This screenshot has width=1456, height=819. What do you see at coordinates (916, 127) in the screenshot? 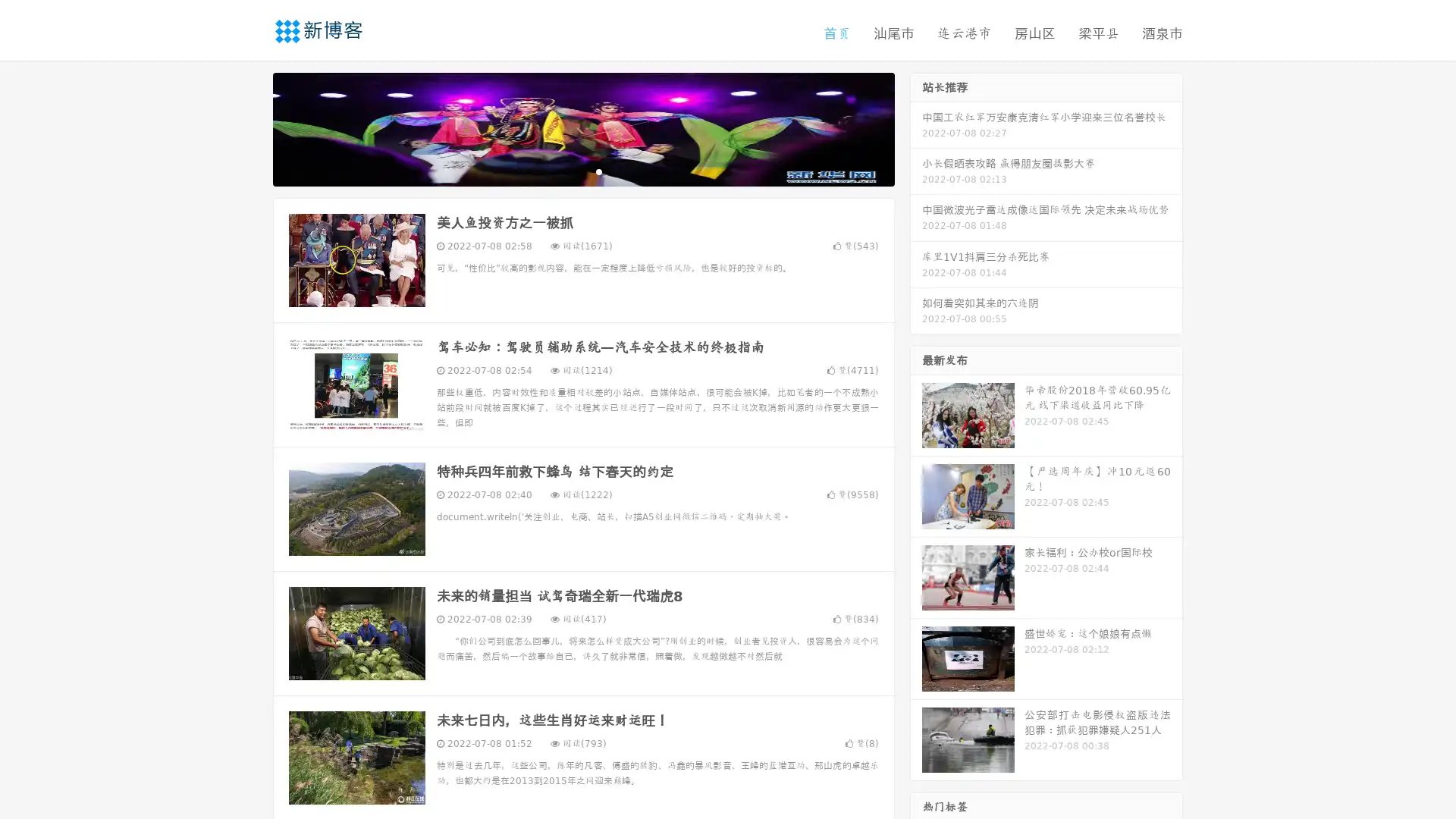
I see `Next slide` at bounding box center [916, 127].